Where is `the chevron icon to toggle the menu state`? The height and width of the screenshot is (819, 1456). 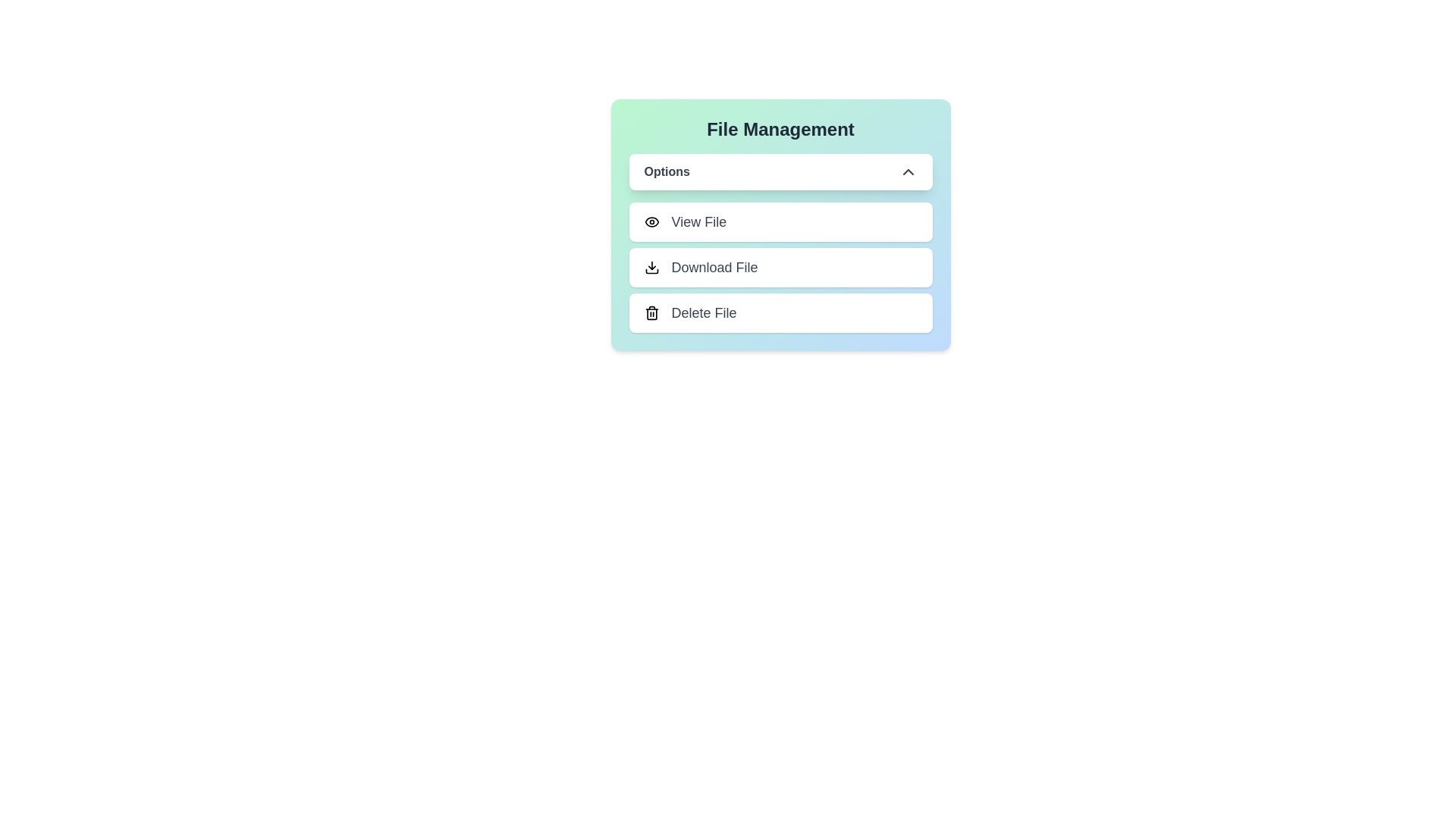
the chevron icon to toggle the menu state is located at coordinates (908, 171).